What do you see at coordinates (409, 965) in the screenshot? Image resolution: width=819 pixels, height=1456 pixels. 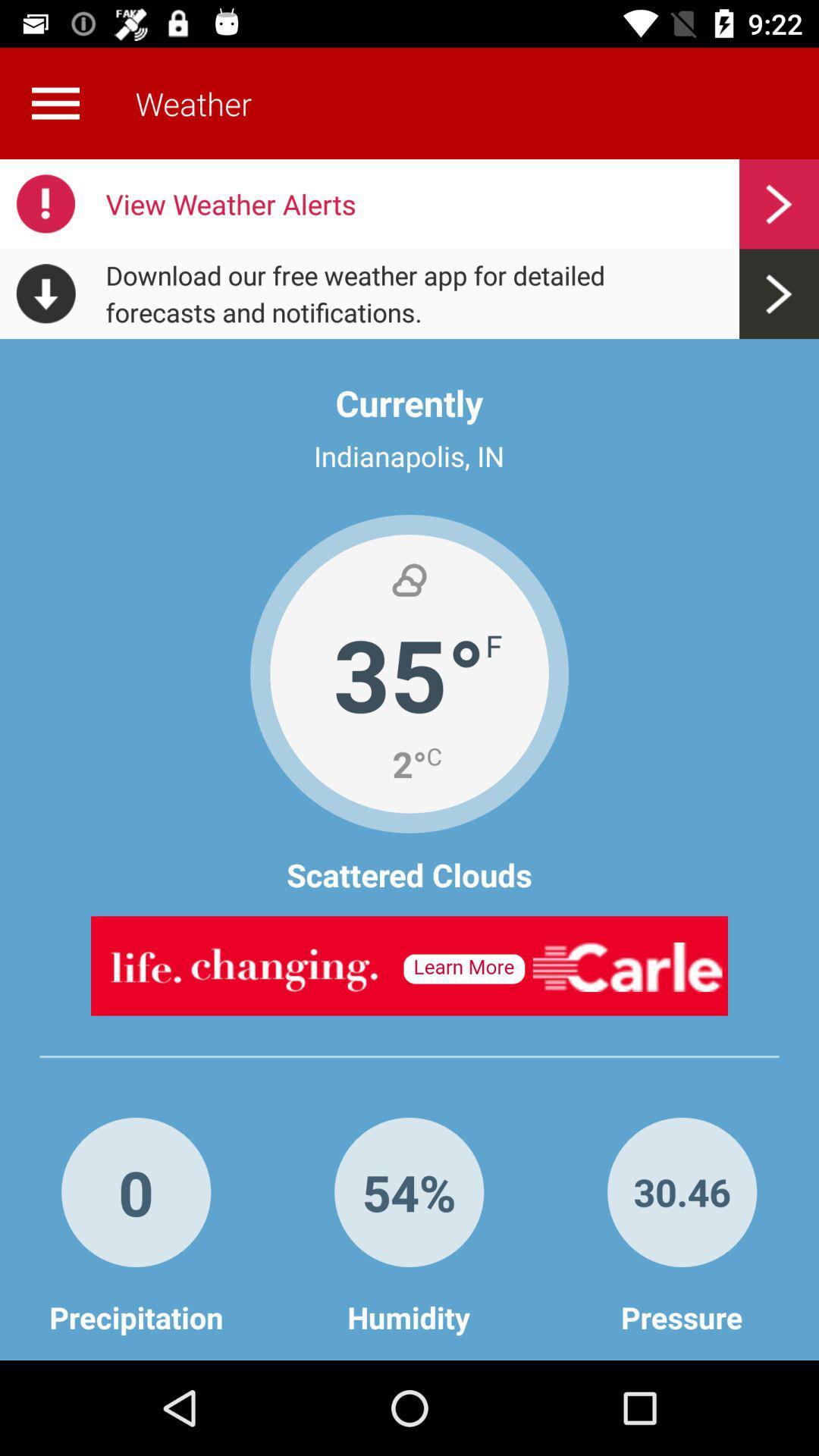 I see `advertisement banner would take off site` at bounding box center [409, 965].